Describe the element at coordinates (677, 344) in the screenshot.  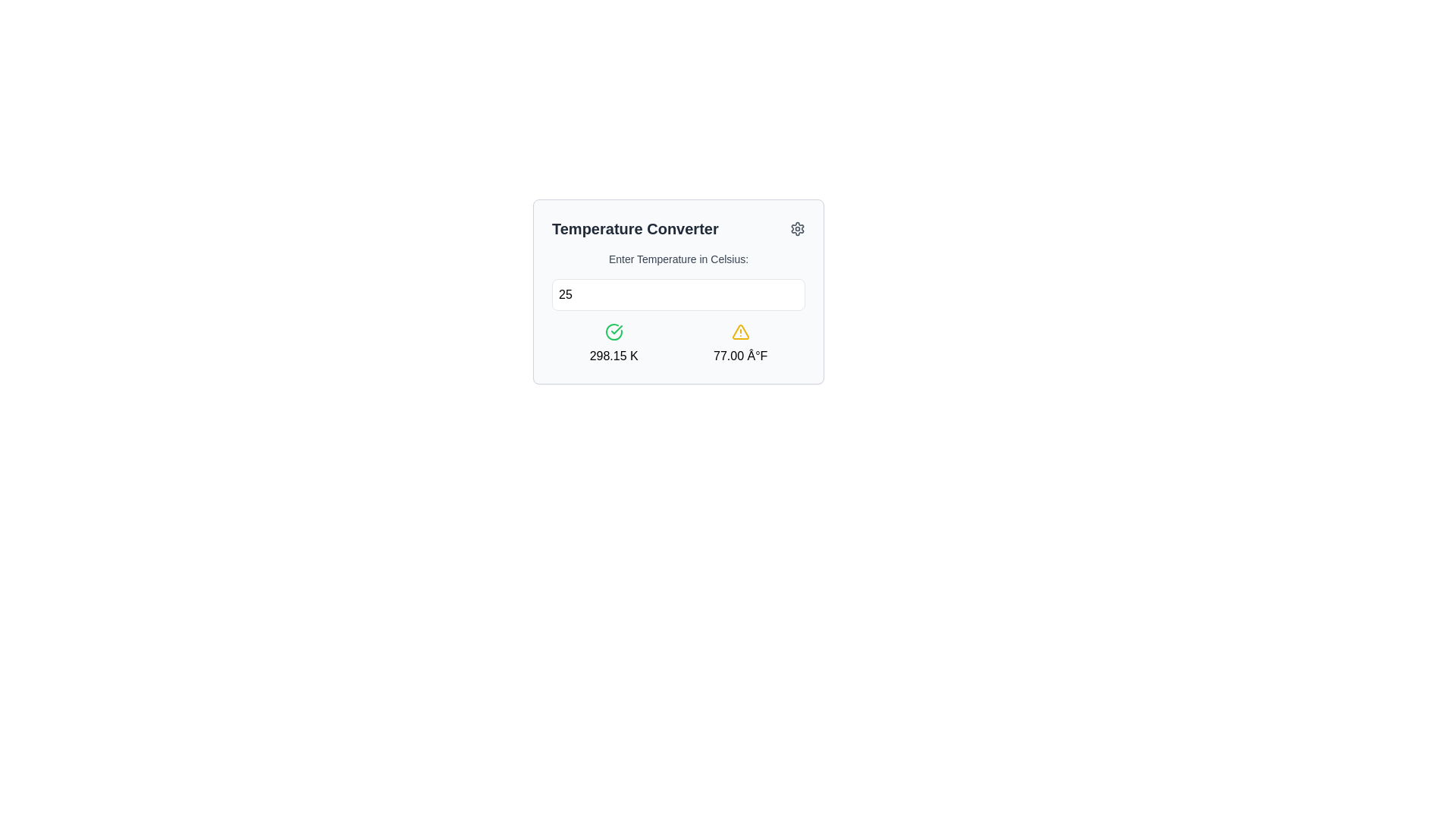
I see `the informational display that shows converted temperature values, which includes a green checkmark and a yellow warning triangle` at that location.